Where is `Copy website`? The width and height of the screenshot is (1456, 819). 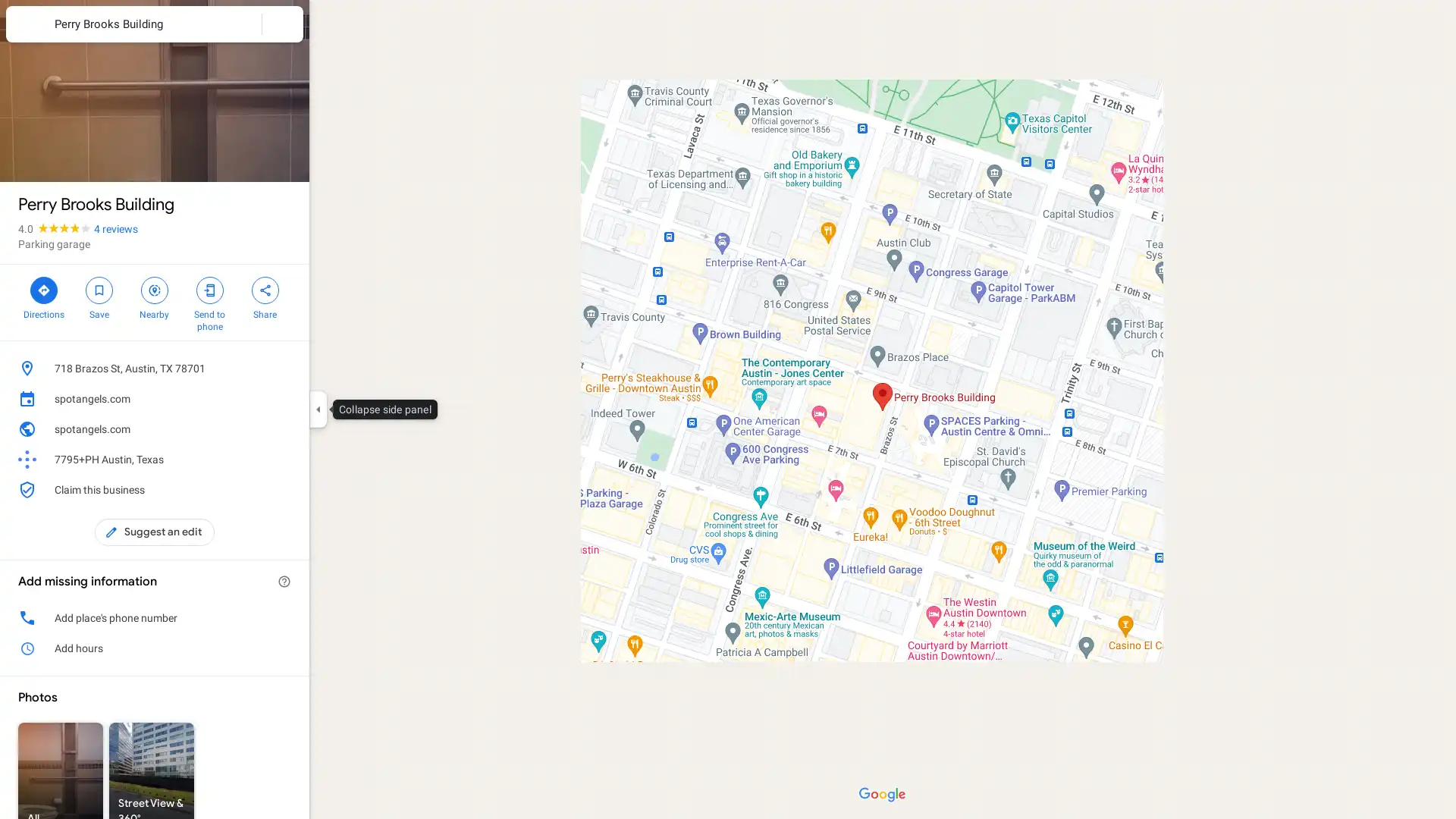
Copy website is located at coordinates (284, 429).